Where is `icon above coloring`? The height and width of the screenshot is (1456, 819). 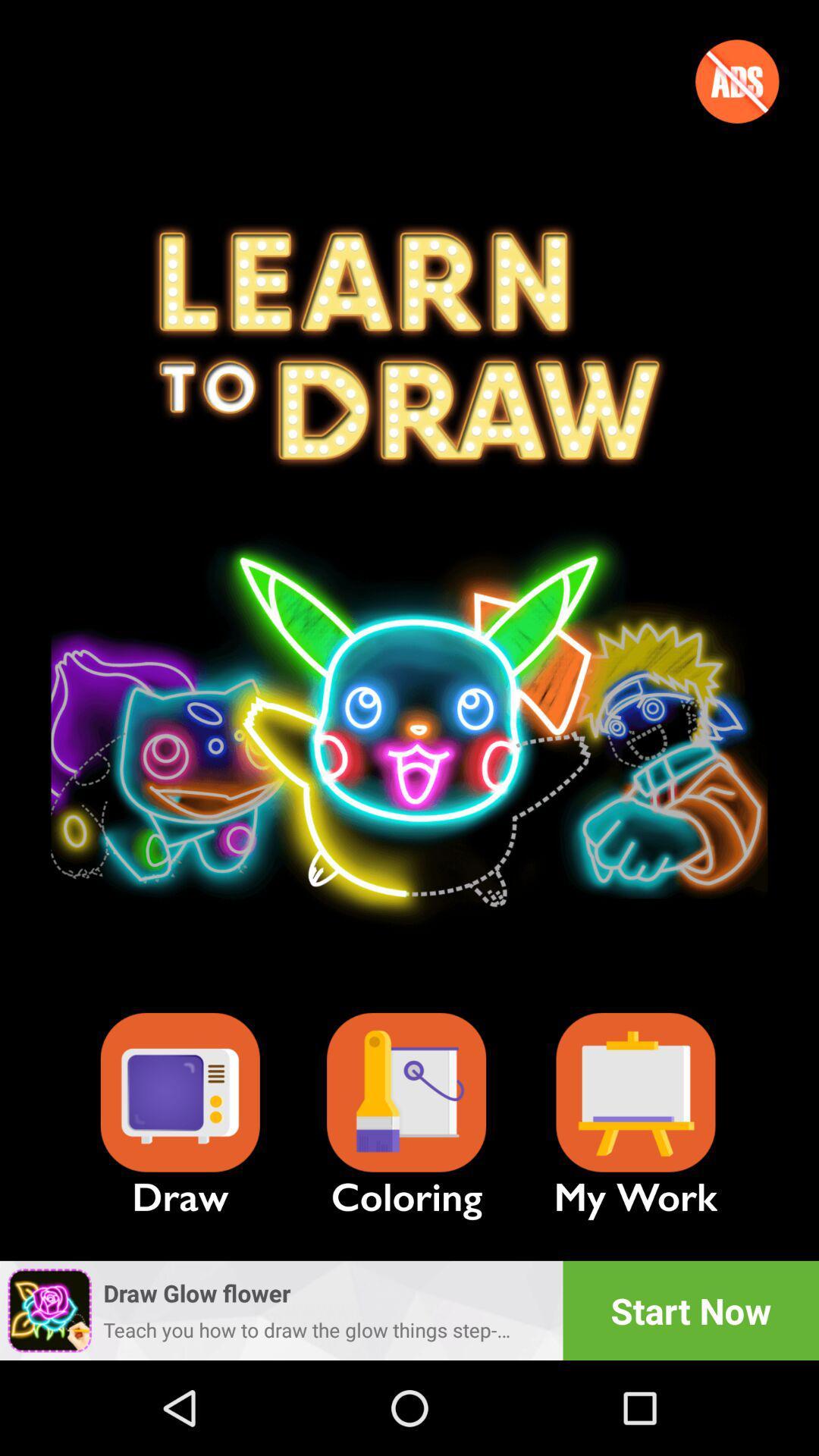 icon above coloring is located at coordinates (406, 1093).